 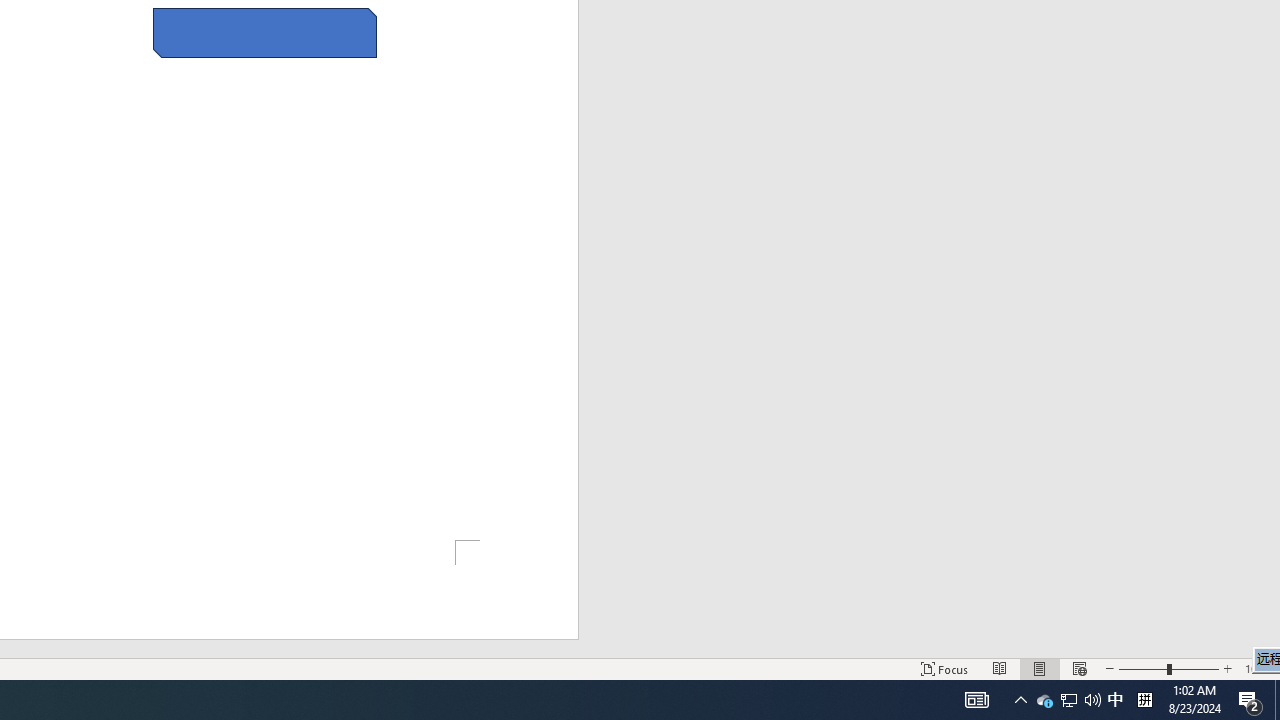 I want to click on 'Rectangle: Diagonal Corners Snipped 2', so click(x=264, y=33).